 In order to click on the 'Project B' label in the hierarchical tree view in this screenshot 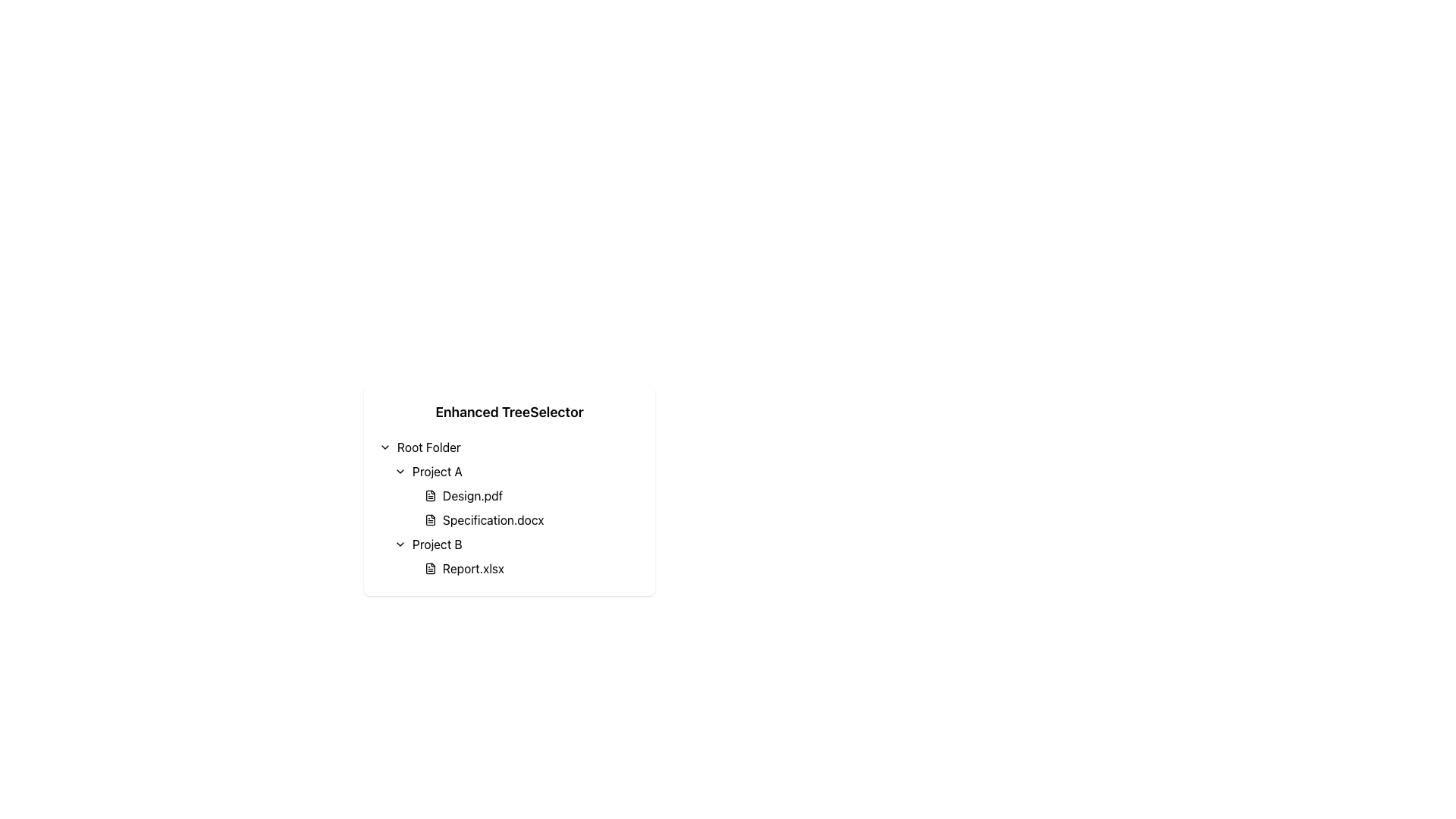, I will do `click(436, 543)`.